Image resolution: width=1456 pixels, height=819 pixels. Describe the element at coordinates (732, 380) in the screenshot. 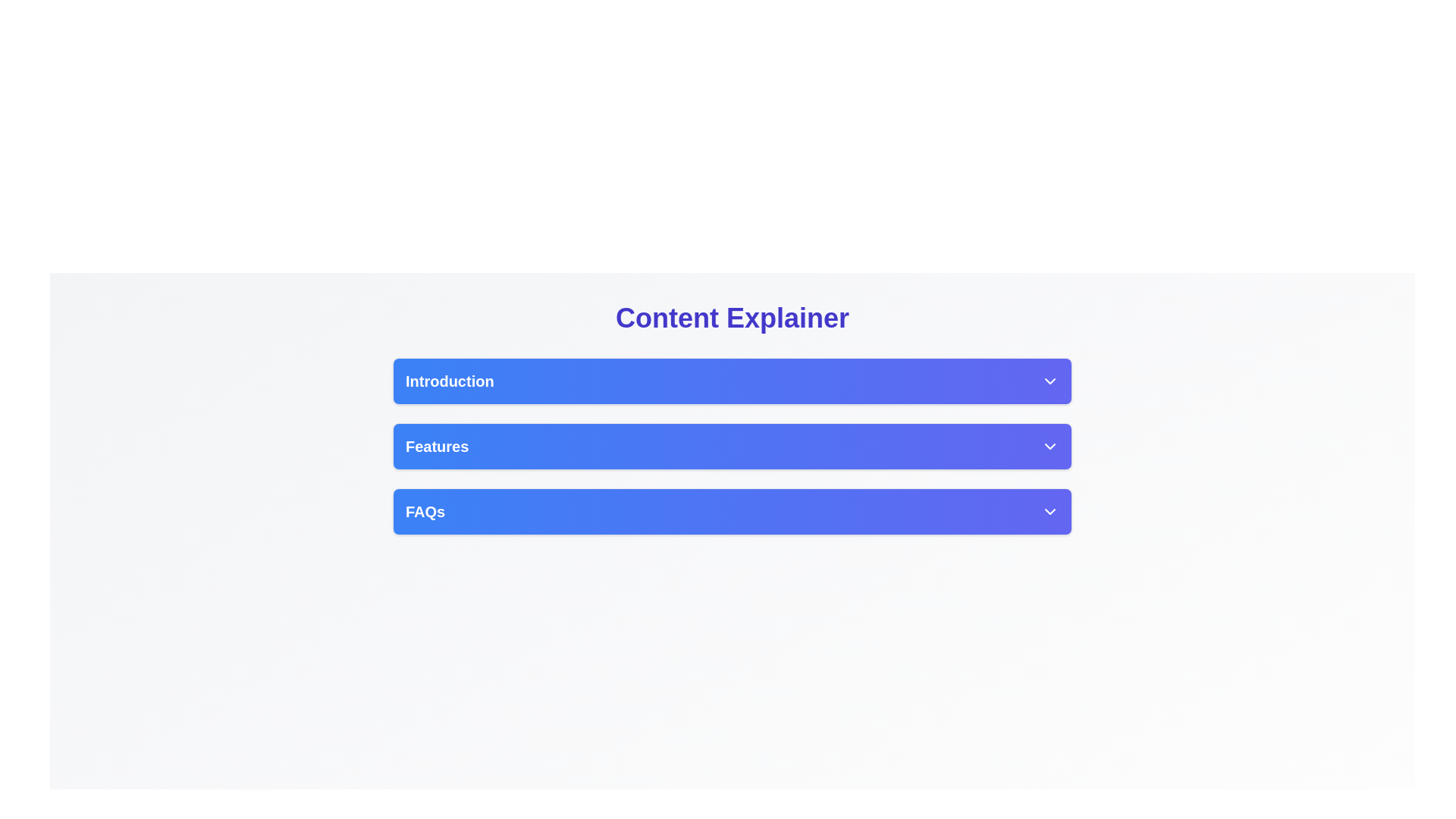

I see `the arrow icon of the 'Introduction' Collapsible Header` at that location.